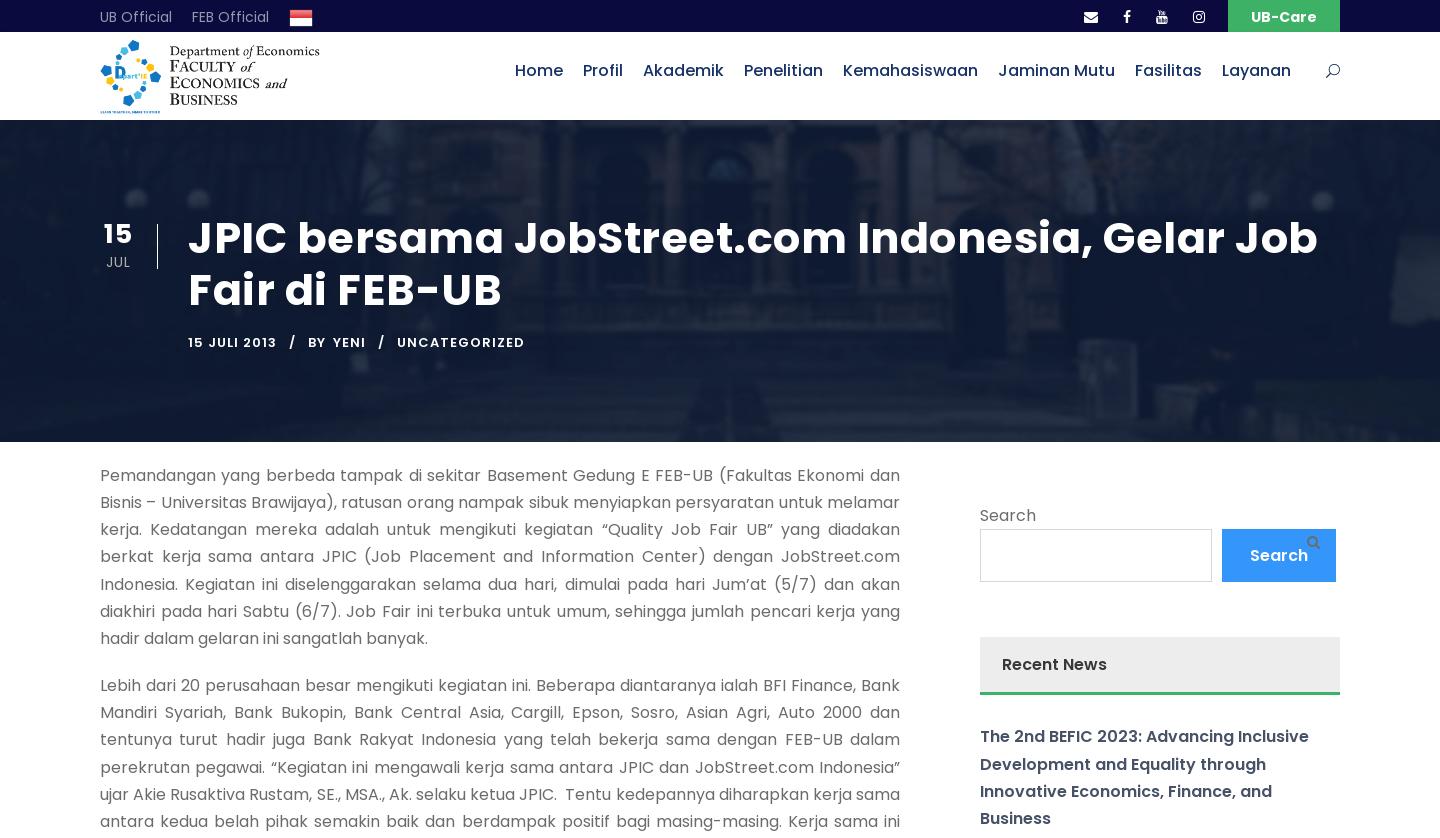  I want to click on 'JPIC bersama JobStreet.com Indonesia, Gelar Job Fair di FEB-UB', so click(751, 262).